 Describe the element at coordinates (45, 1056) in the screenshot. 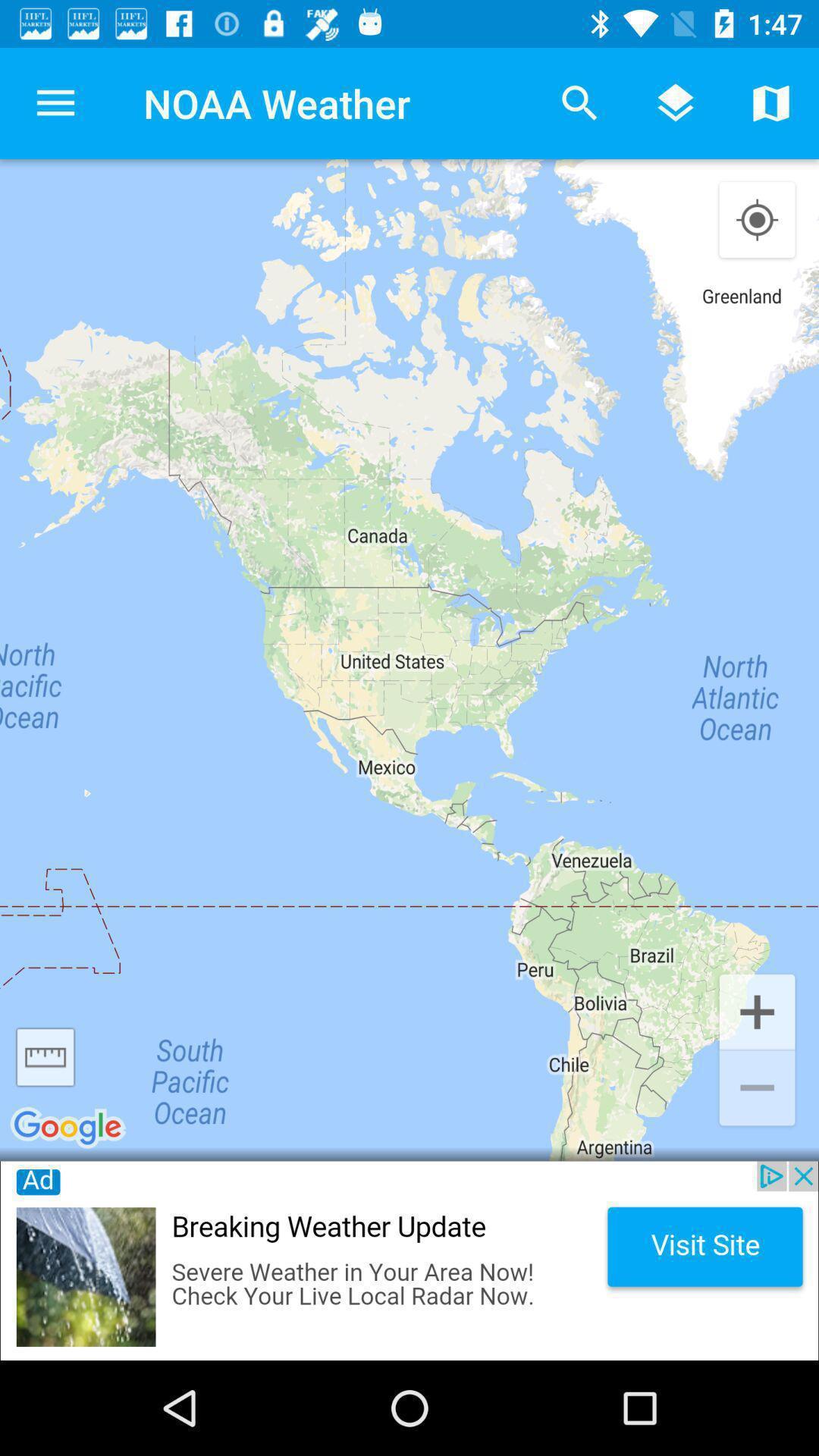

I see `change page scale` at that location.